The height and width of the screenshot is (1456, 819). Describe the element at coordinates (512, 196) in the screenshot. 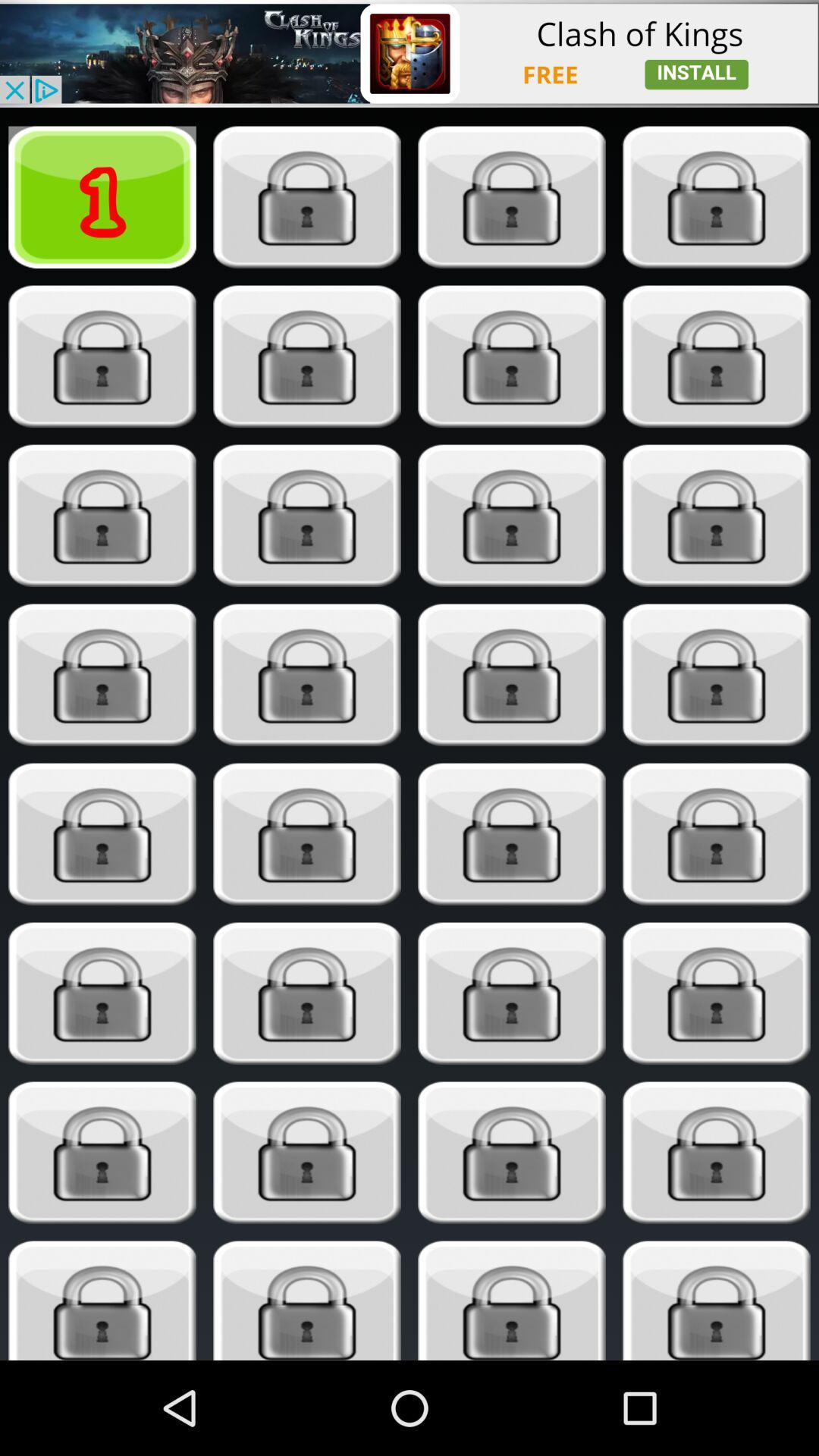

I see `unlock` at that location.